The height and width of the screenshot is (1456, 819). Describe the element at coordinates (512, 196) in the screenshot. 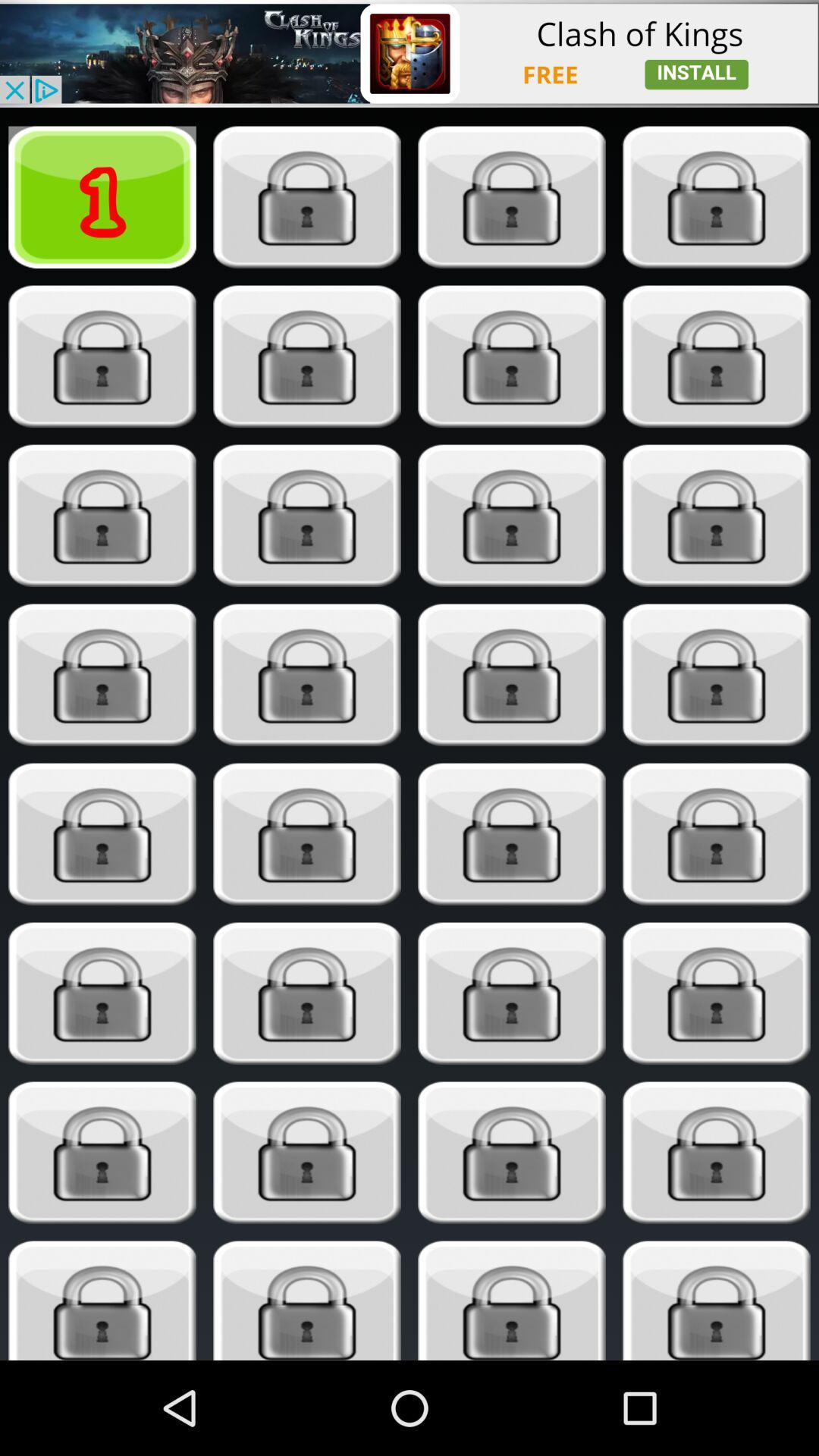

I see `unlock` at that location.